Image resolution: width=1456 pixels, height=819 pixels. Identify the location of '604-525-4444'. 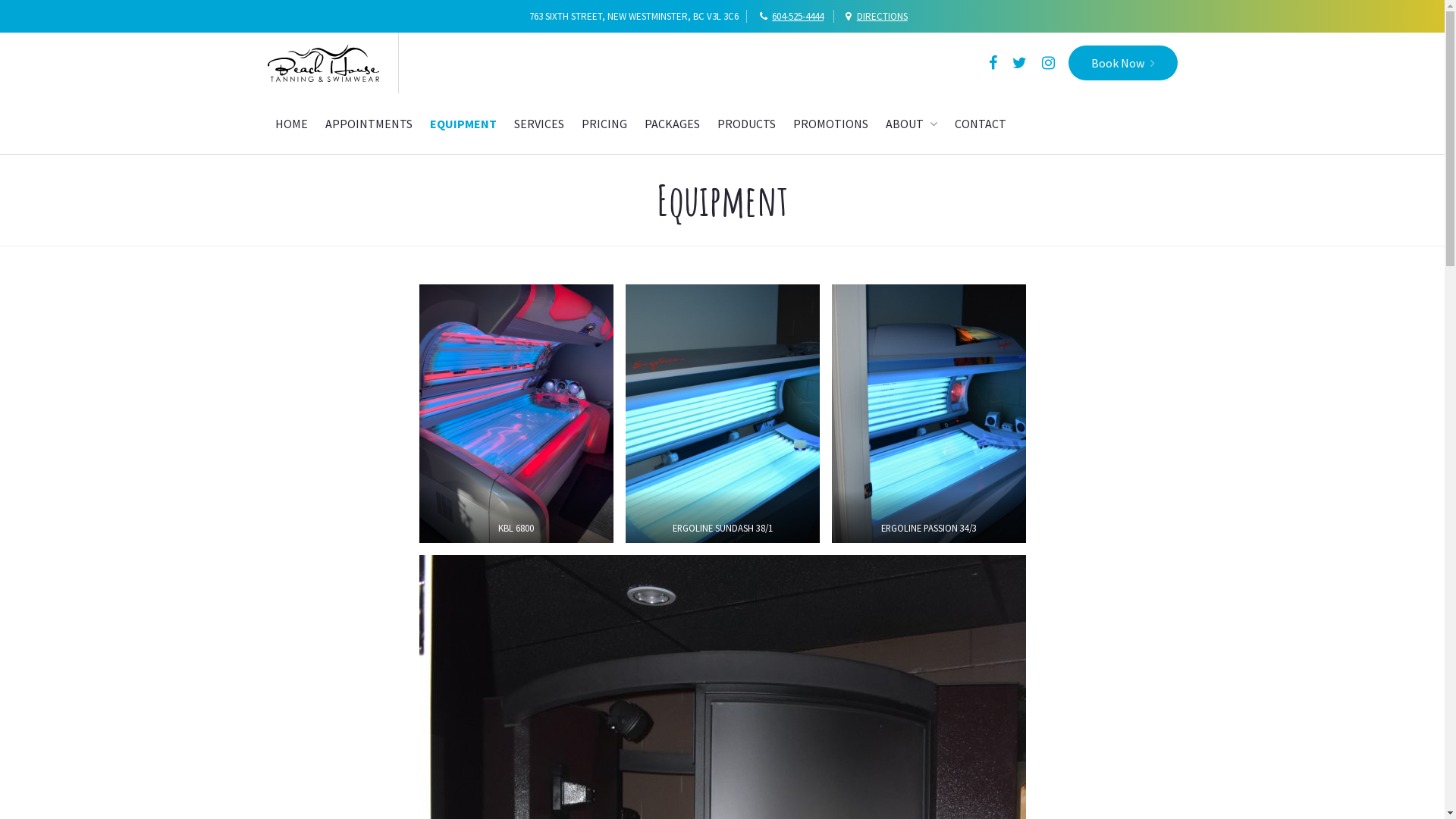
(796, 16).